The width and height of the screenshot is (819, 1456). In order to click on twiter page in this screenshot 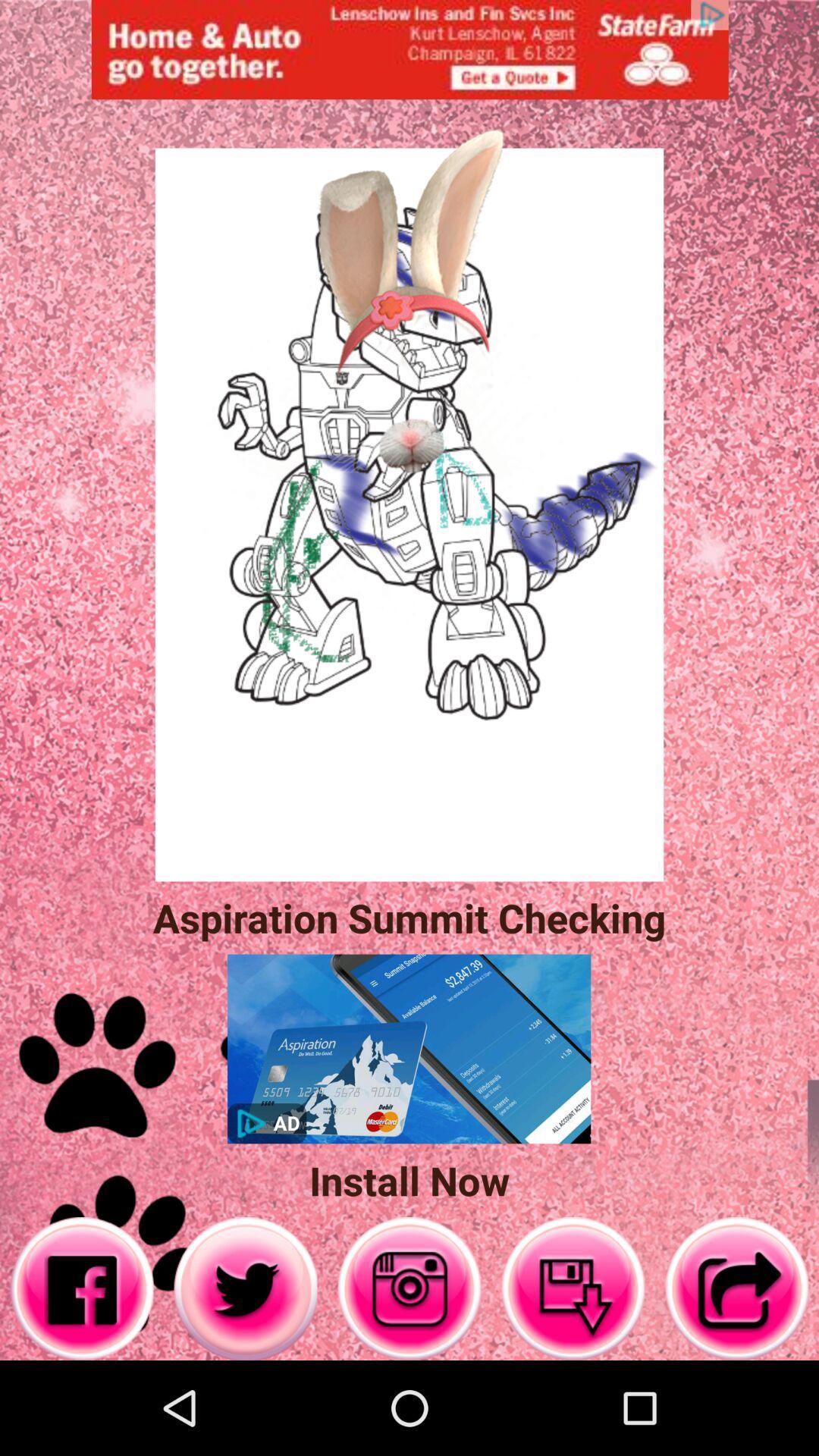, I will do `click(245, 1288)`.